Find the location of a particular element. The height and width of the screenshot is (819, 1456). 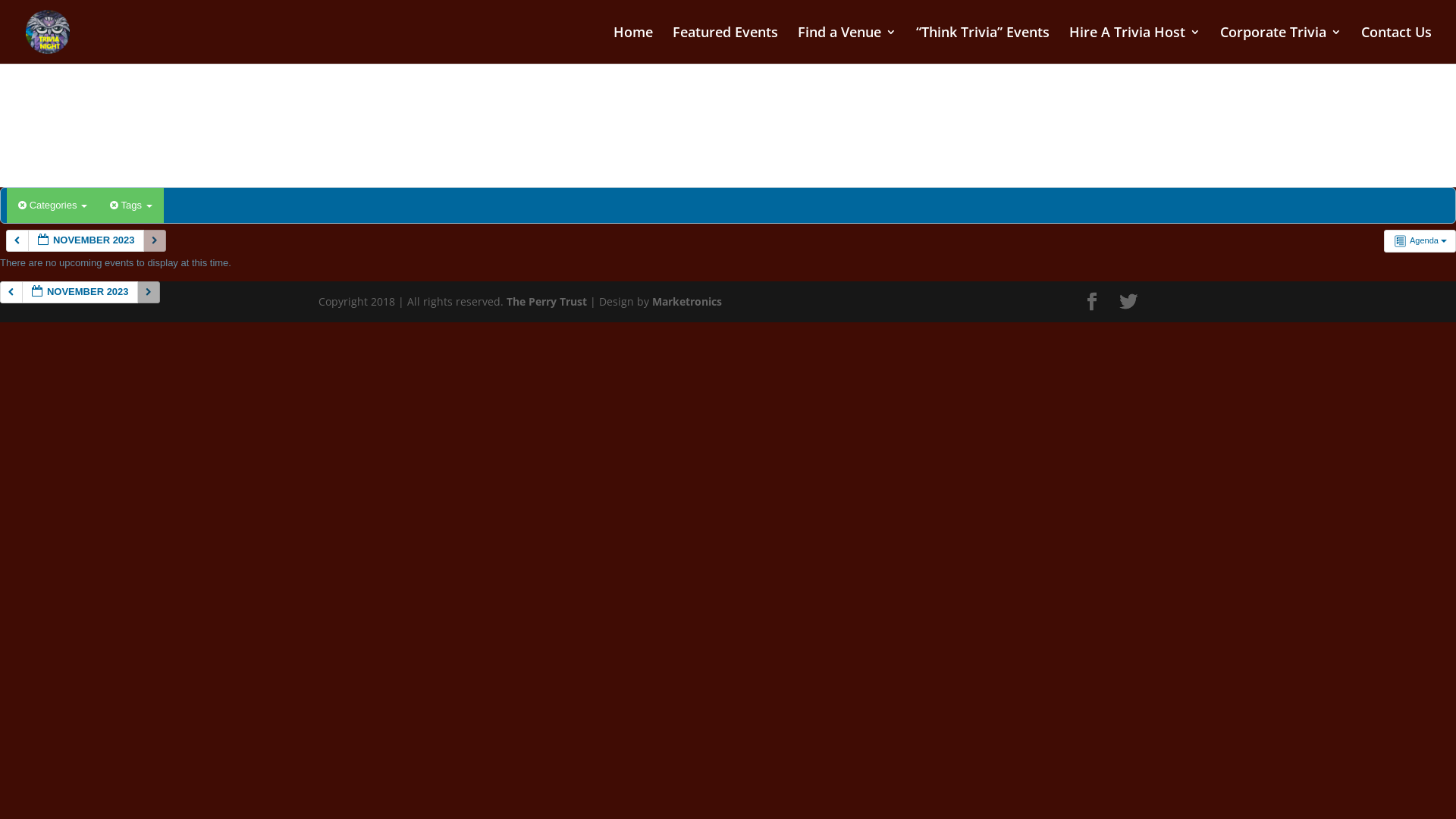

'Corporate Trivia' is located at coordinates (1280, 44).